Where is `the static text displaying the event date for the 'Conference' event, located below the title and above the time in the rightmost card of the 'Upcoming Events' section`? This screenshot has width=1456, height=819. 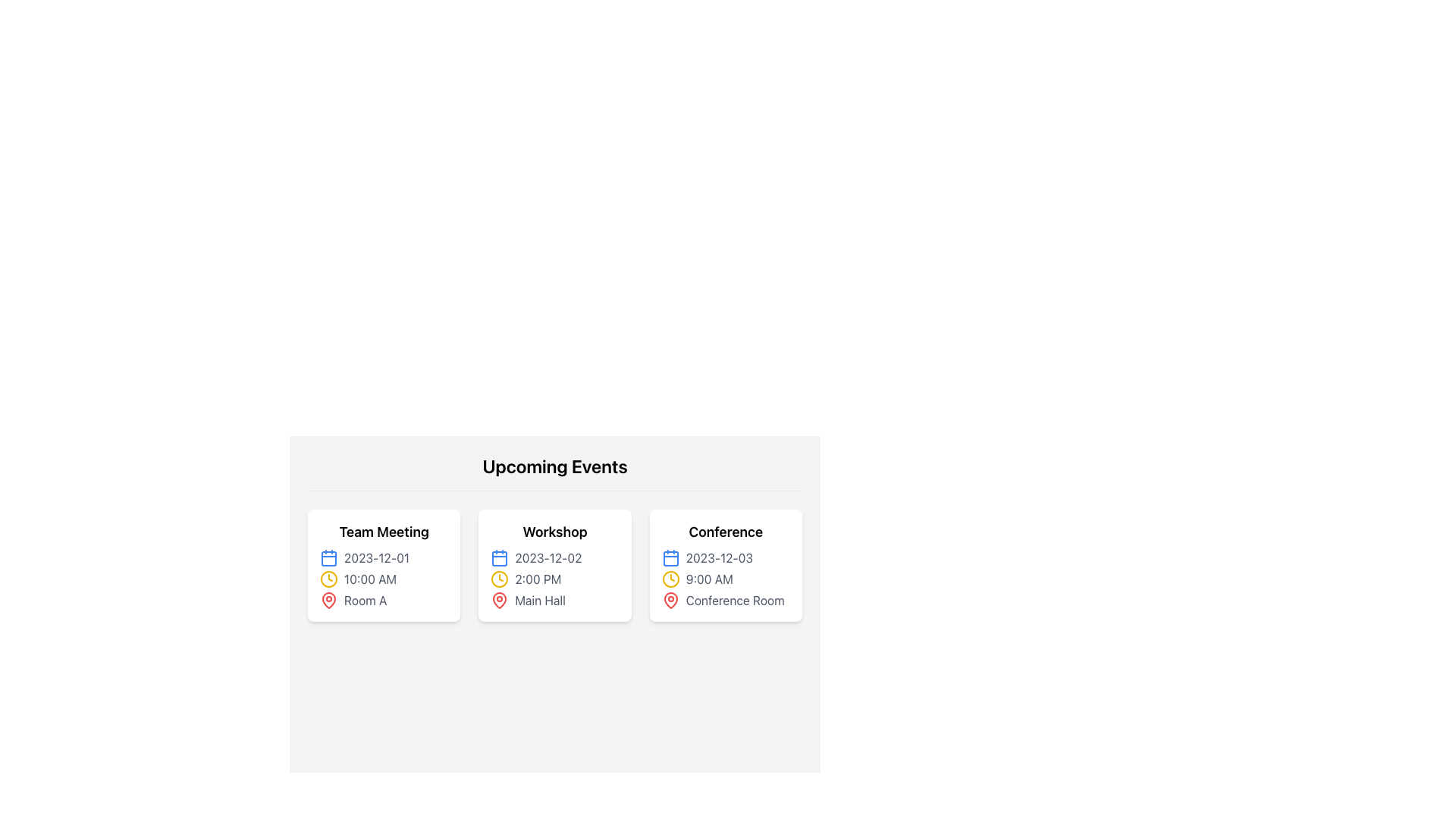 the static text displaying the event date for the 'Conference' event, located below the title and above the time in the rightmost card of the 'Upcoming Events' section is located at coordinates (725, 558).